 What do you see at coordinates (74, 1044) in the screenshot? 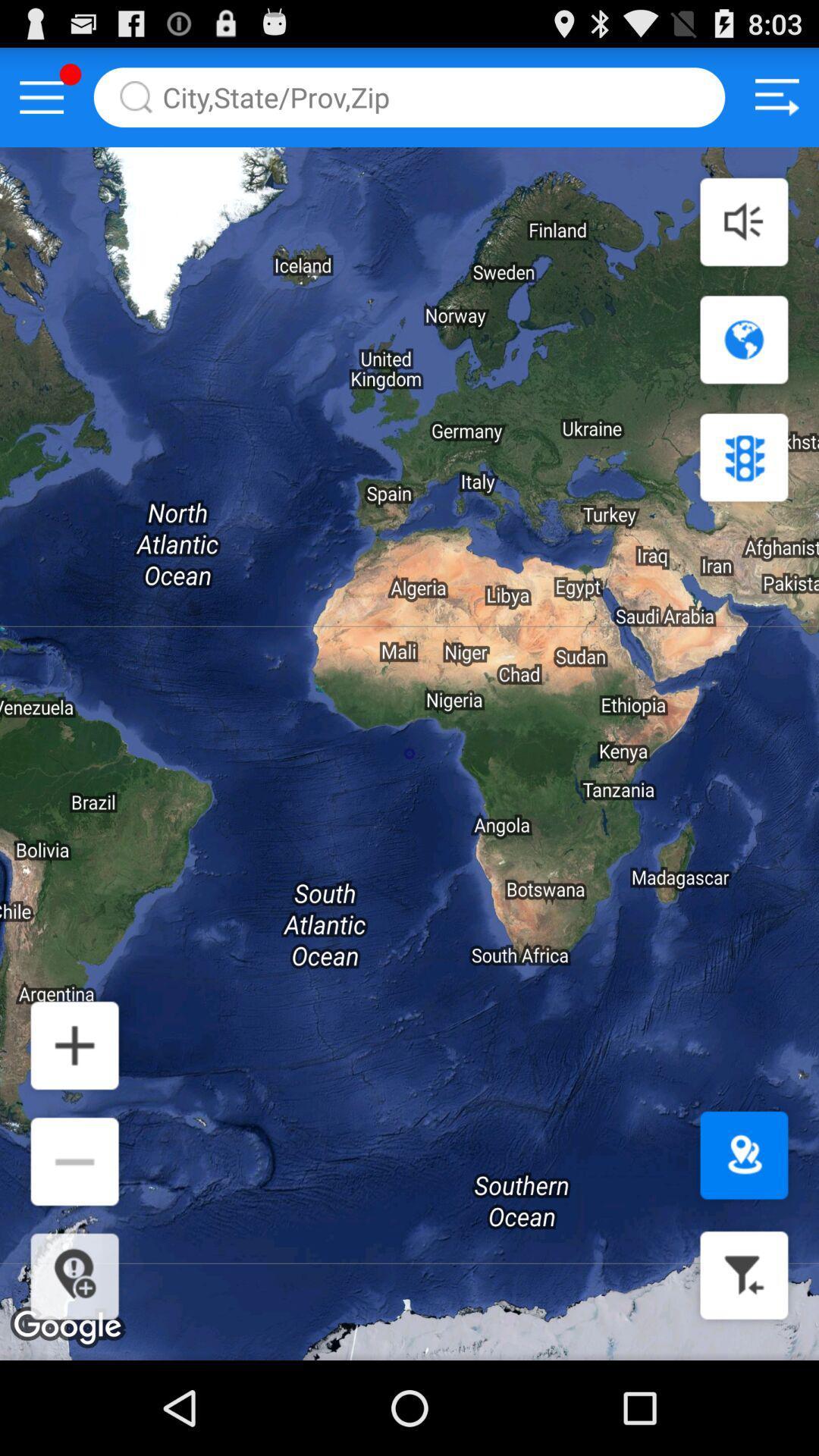
I see `zoom in` at bounding box center [74, 1044].